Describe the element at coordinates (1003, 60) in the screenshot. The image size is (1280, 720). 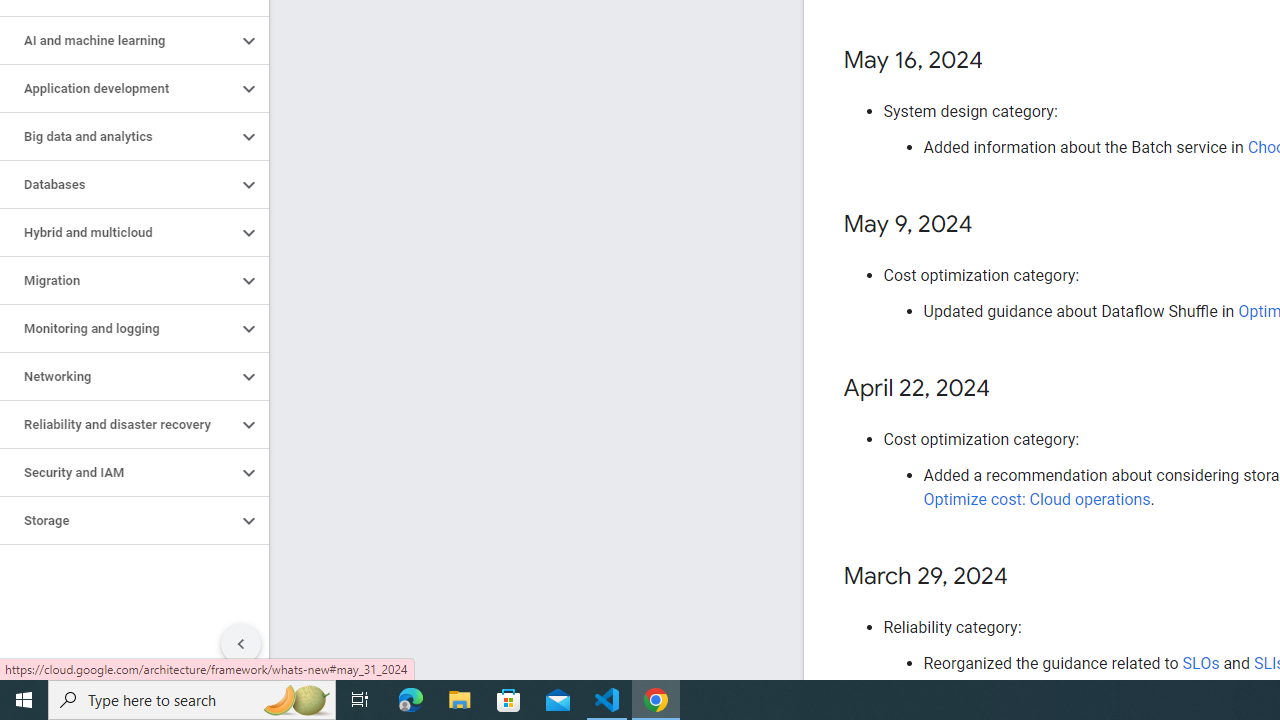
I see `'Copy link to this section: May 16, 2024'` at that location.